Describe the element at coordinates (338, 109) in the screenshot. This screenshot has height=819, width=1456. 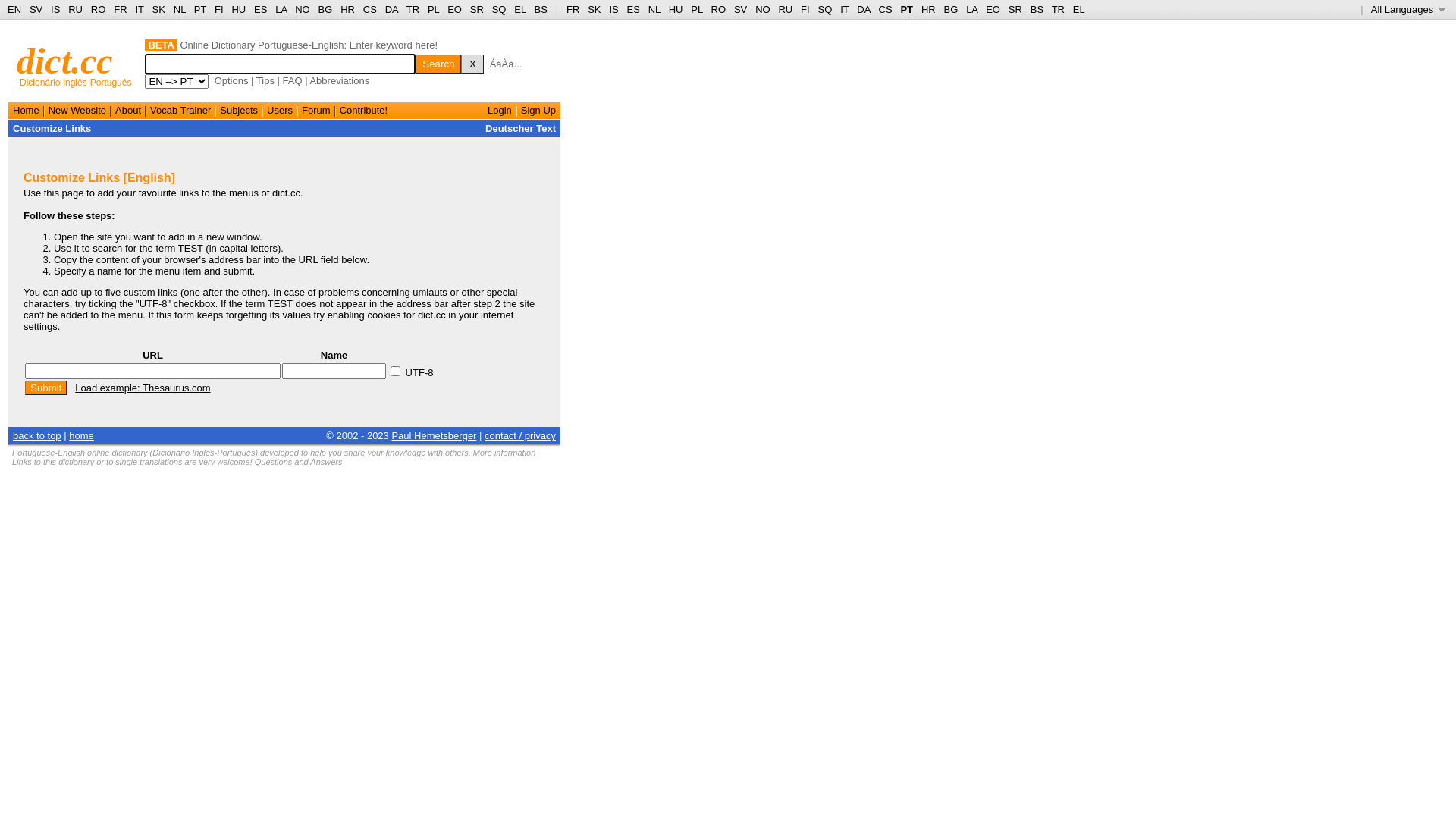
I see `'Contribute!'` at that location.